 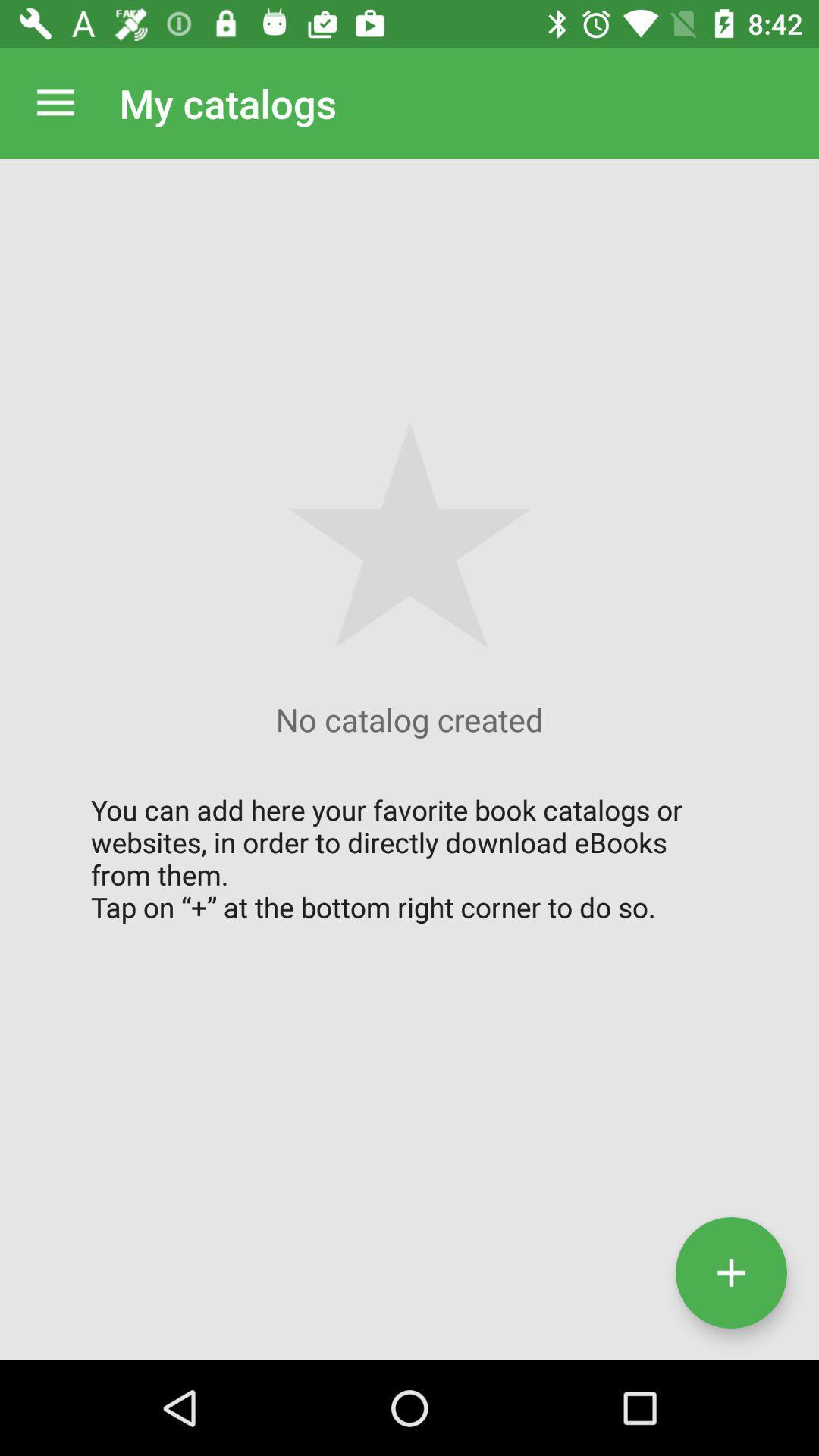 I want to click on item to the left of my catalogs app, so click(x=55, y=102).